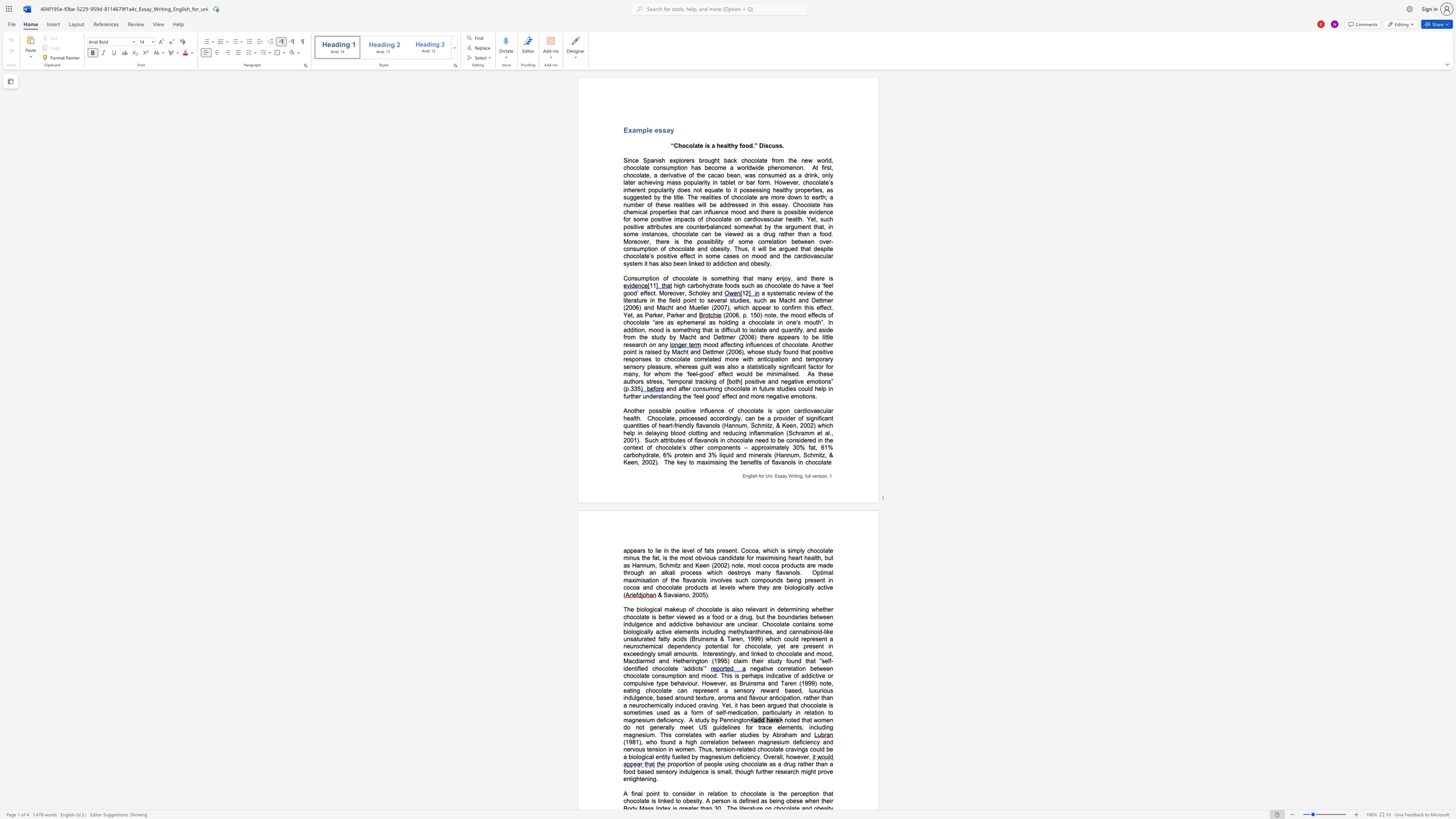 The width and height of the screenshot is (1456, 819). What do you see at coordinates (641, 639) in the screenshot?
I see `the subset text "rated fatty acids (Bruinsma & Taren" within the text "some biologically active elements including methylxanthines, and cannabinoid-like unsaturated fatty acids (Bruinsma & Taren, 1999) which could"` at bounding box center [641, 639].